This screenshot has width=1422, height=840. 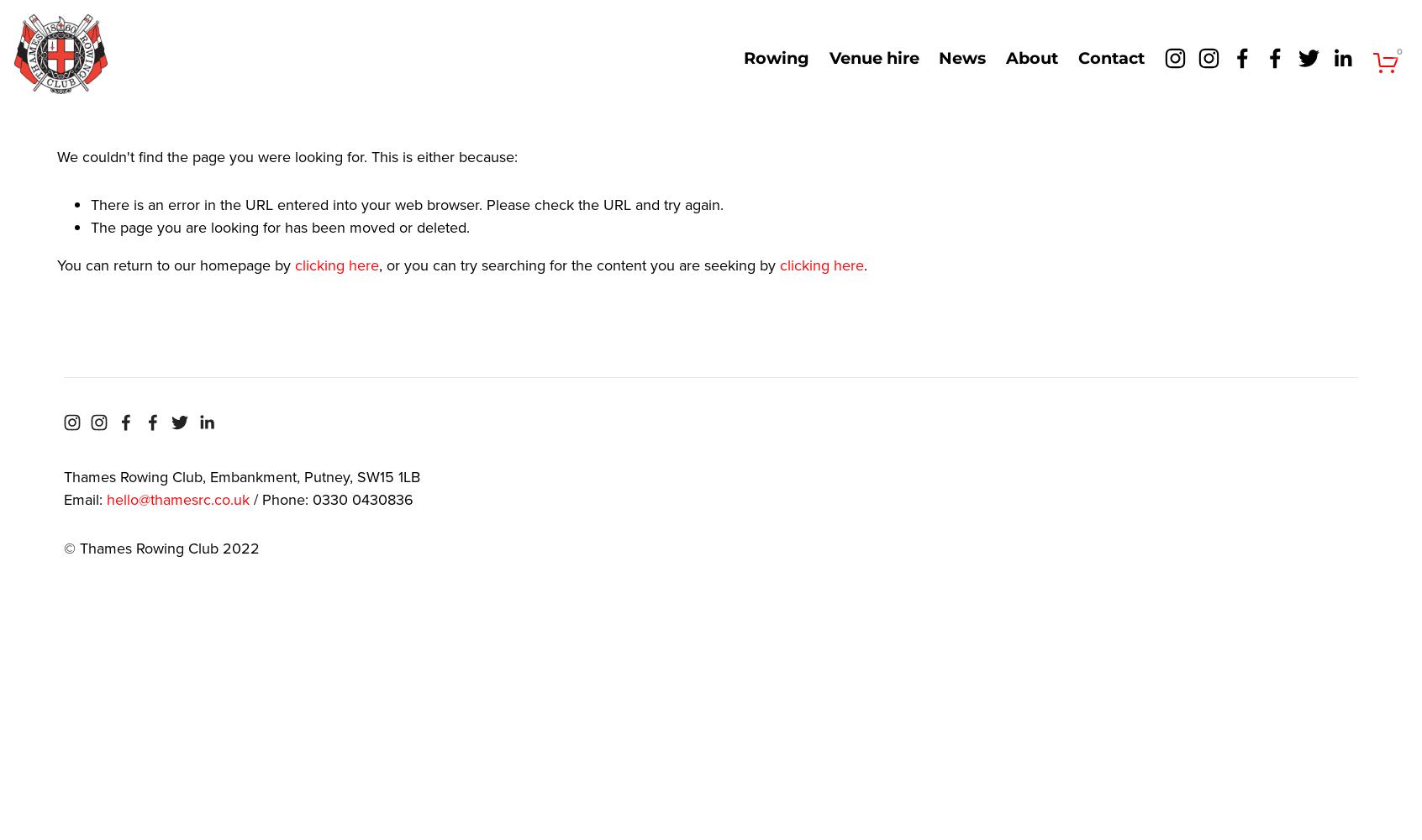 I want to click on 'Contact', so click(x=1109, y=57).